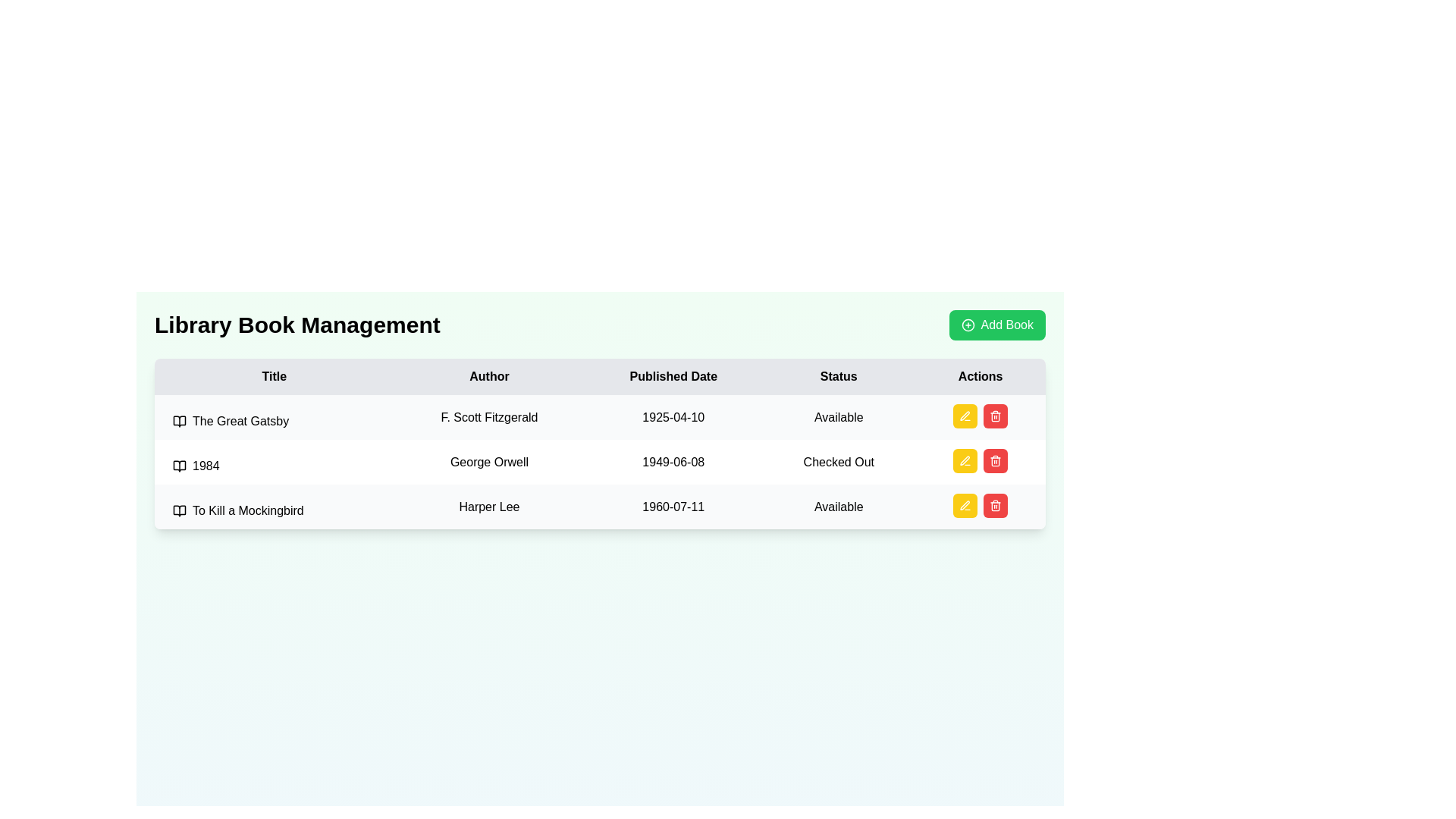  Describe the element at coordinates (996, 506) in the screenshot. I see `the Trash Bin icon located in the 'Actions' column of the third row in the table` at that location.